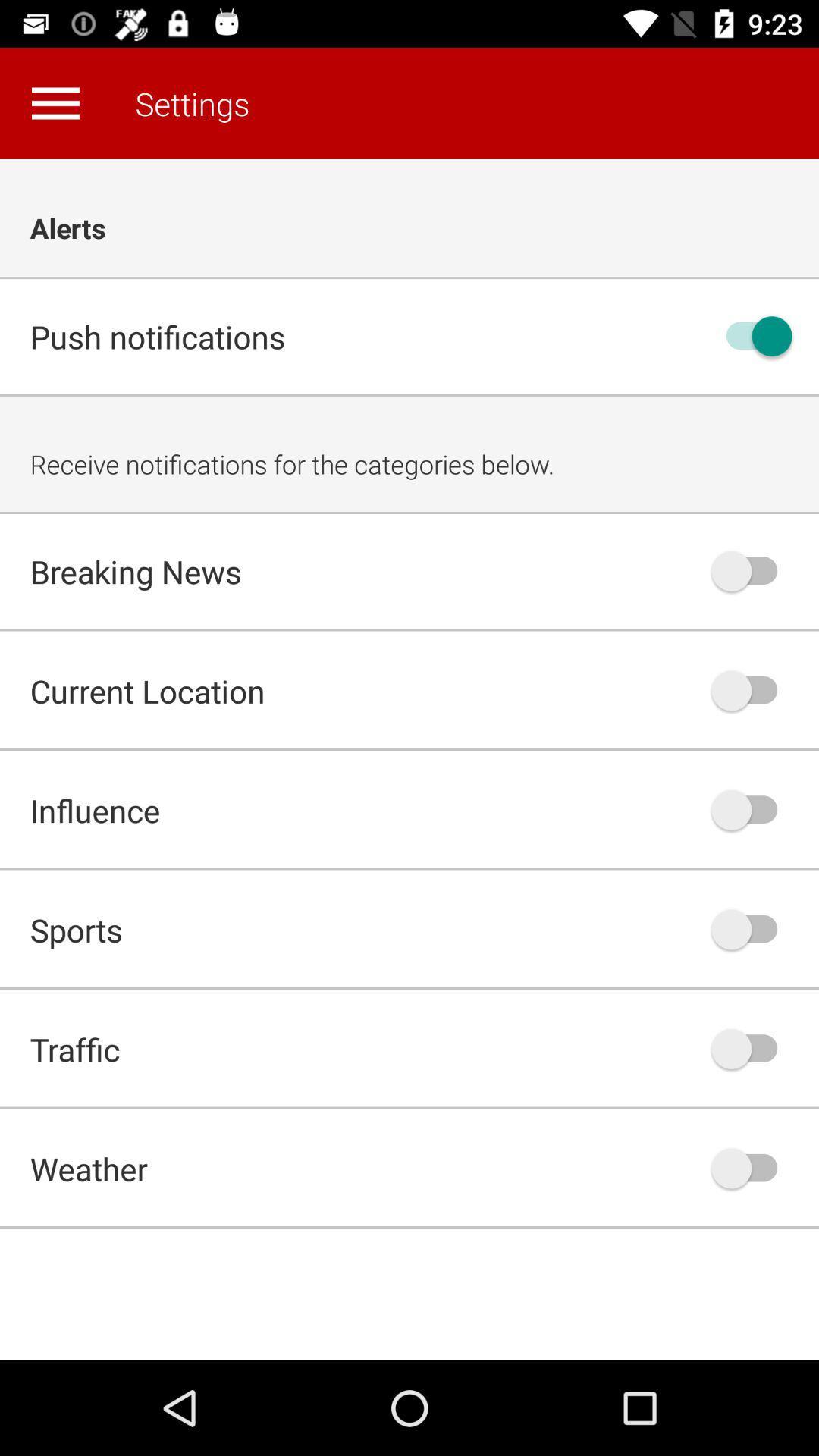 The width and height of the screenshot is (819, 1456). I want to click on notifications for breaking news, so click(752, 570).